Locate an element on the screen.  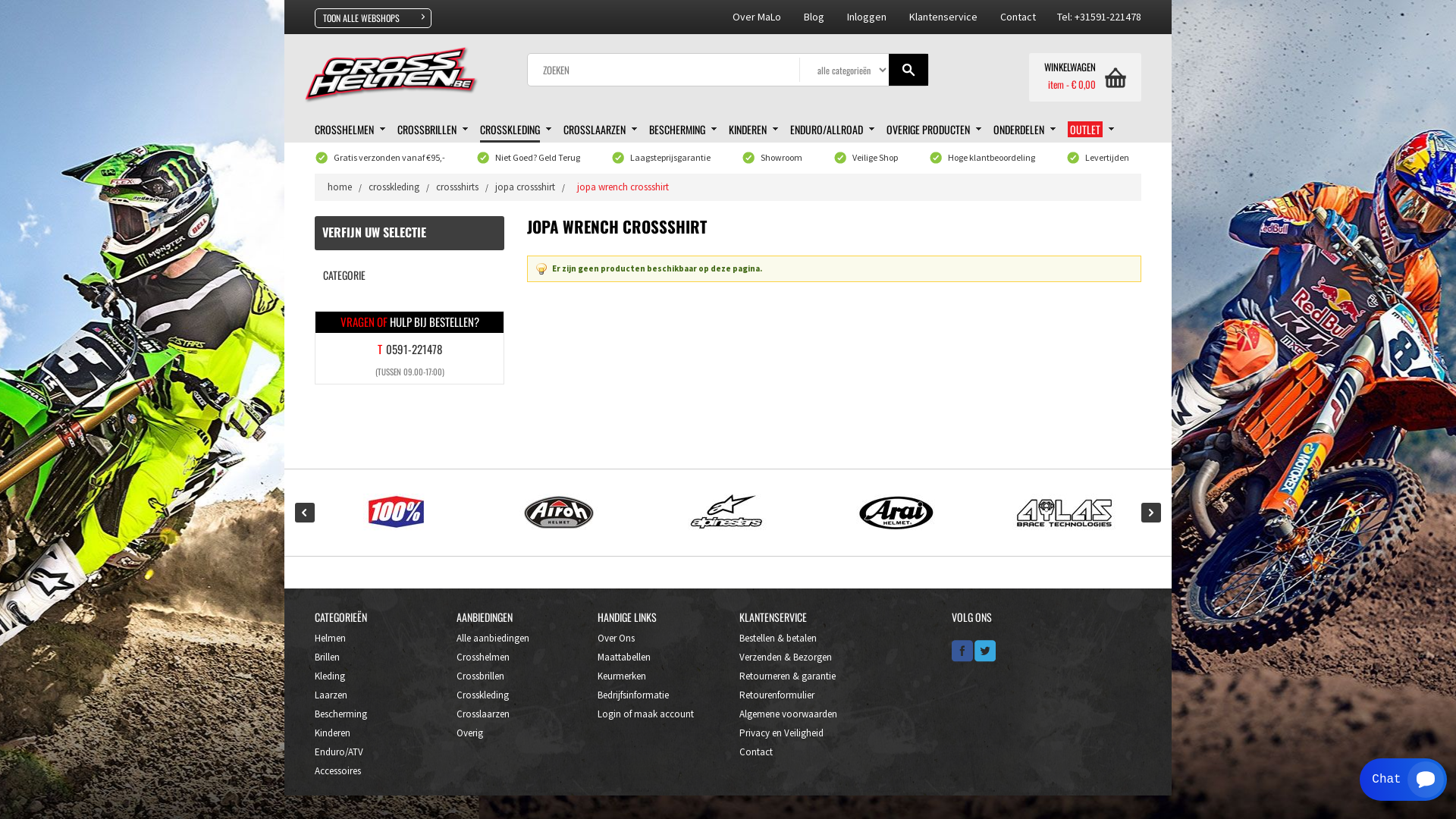
'Laagsteprijsgarantie' is located at coordinates (629, 157).